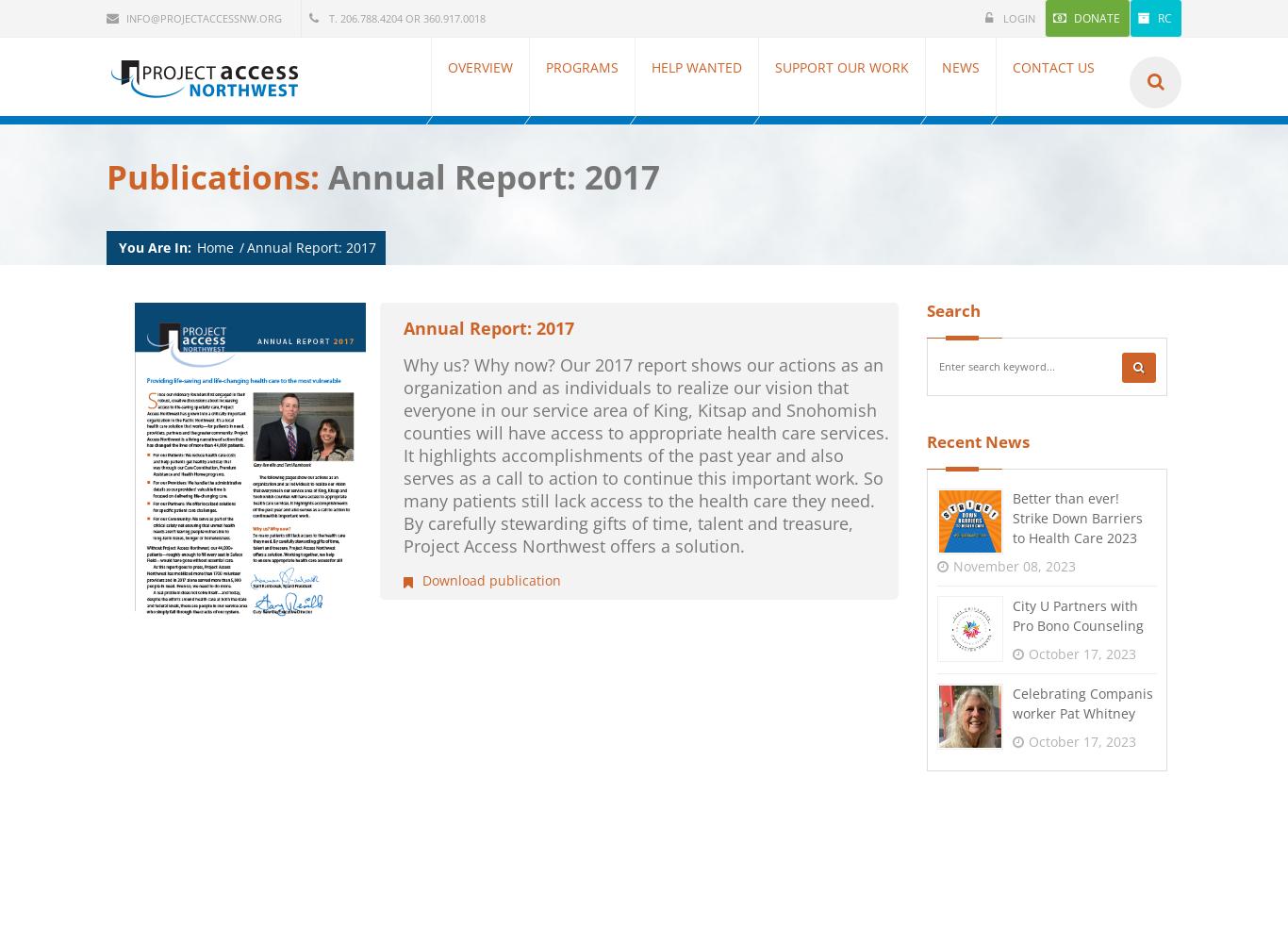 The image size is (1288, 943). I want to click on 'Celebrating Companis worker Pat Whitney', so click(1082, 702).